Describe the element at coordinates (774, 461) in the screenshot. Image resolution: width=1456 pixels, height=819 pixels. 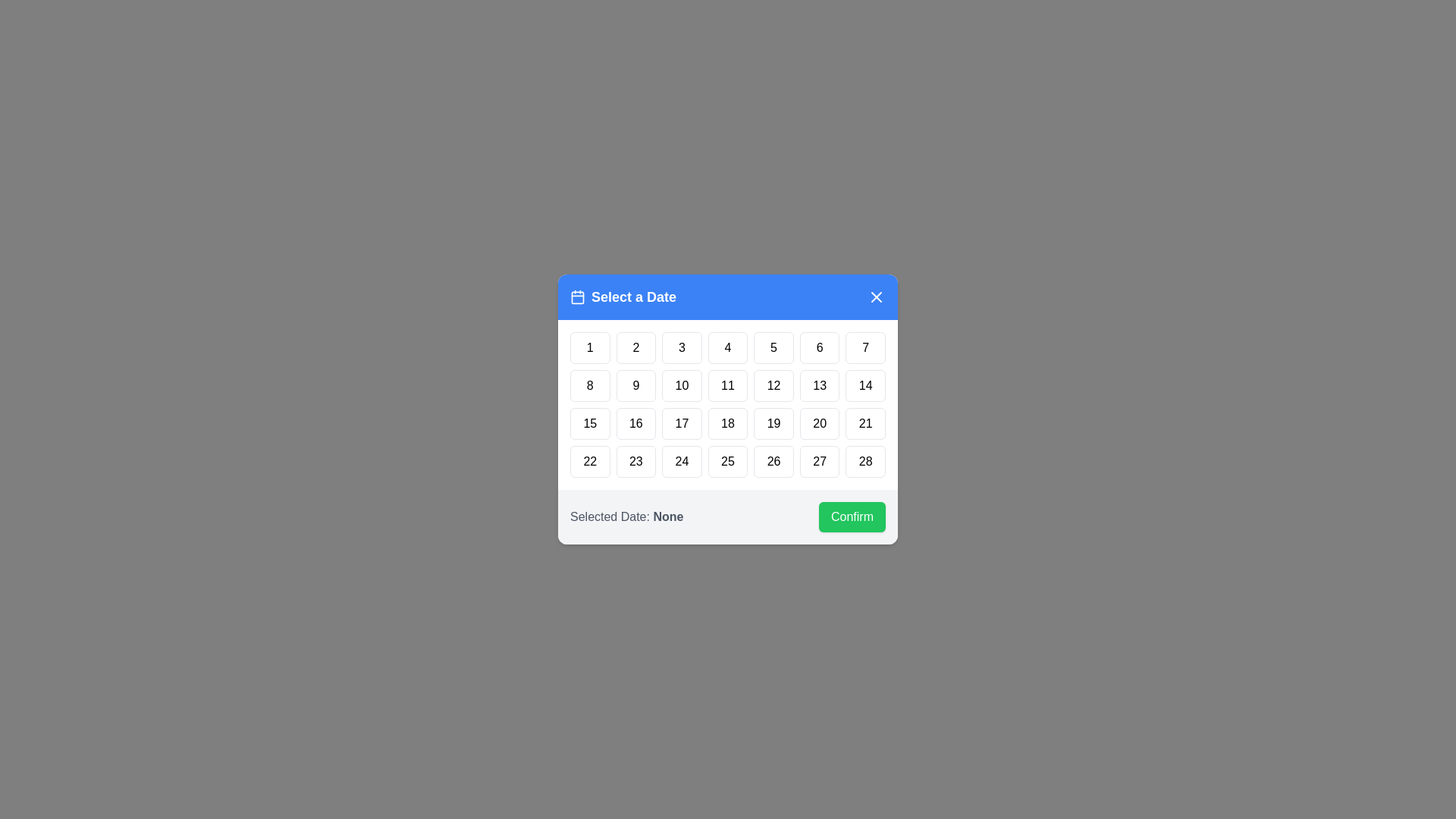
I see `the button representing the day 26 to select that date` at that location.